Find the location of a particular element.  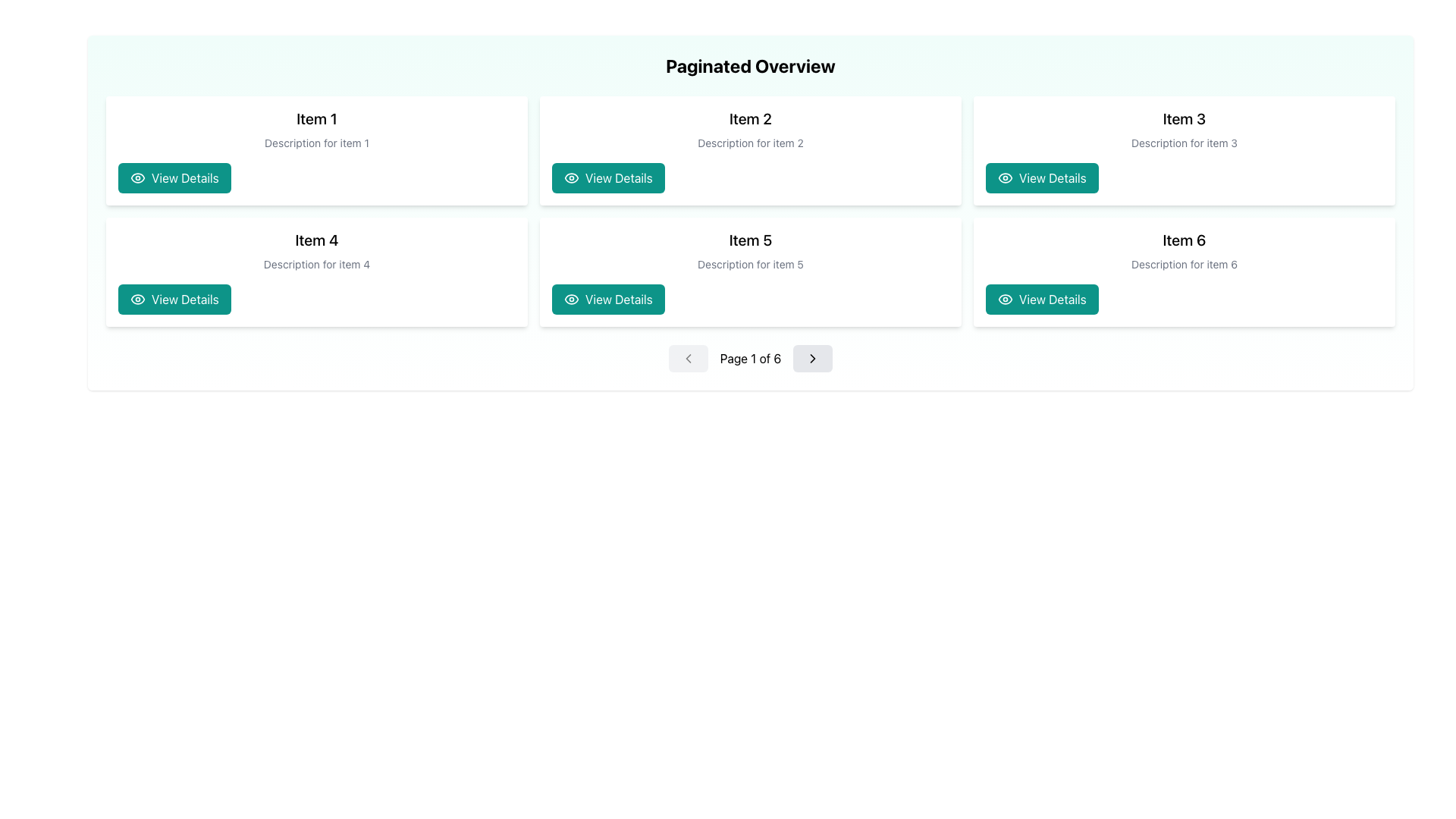

the decorative icon within the 'View Details' button for Item 6, which is positioned to the left side of the button is located at coordinates (1005, 299).